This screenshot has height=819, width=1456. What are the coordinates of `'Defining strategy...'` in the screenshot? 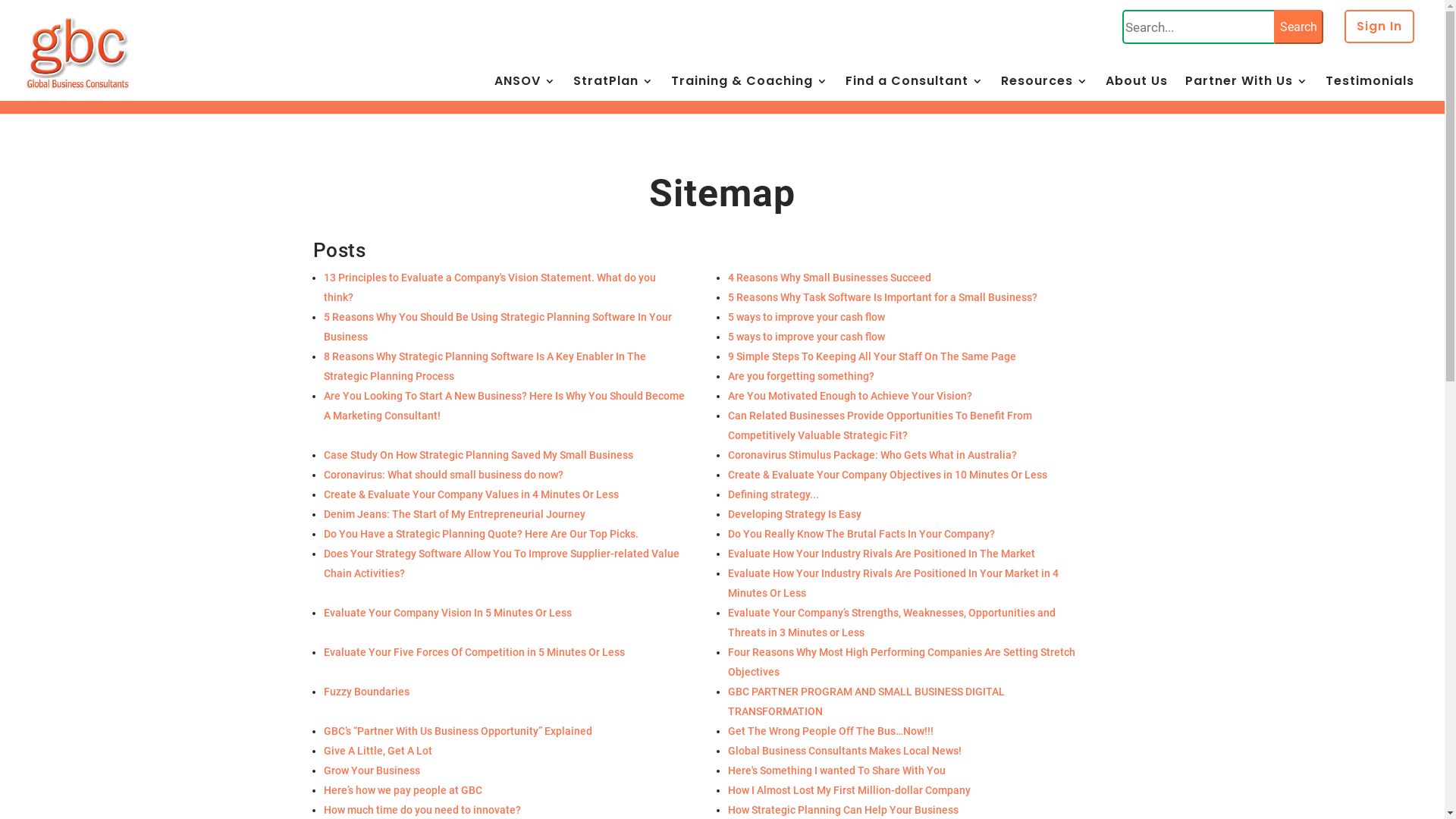 It's located at (728, 494).